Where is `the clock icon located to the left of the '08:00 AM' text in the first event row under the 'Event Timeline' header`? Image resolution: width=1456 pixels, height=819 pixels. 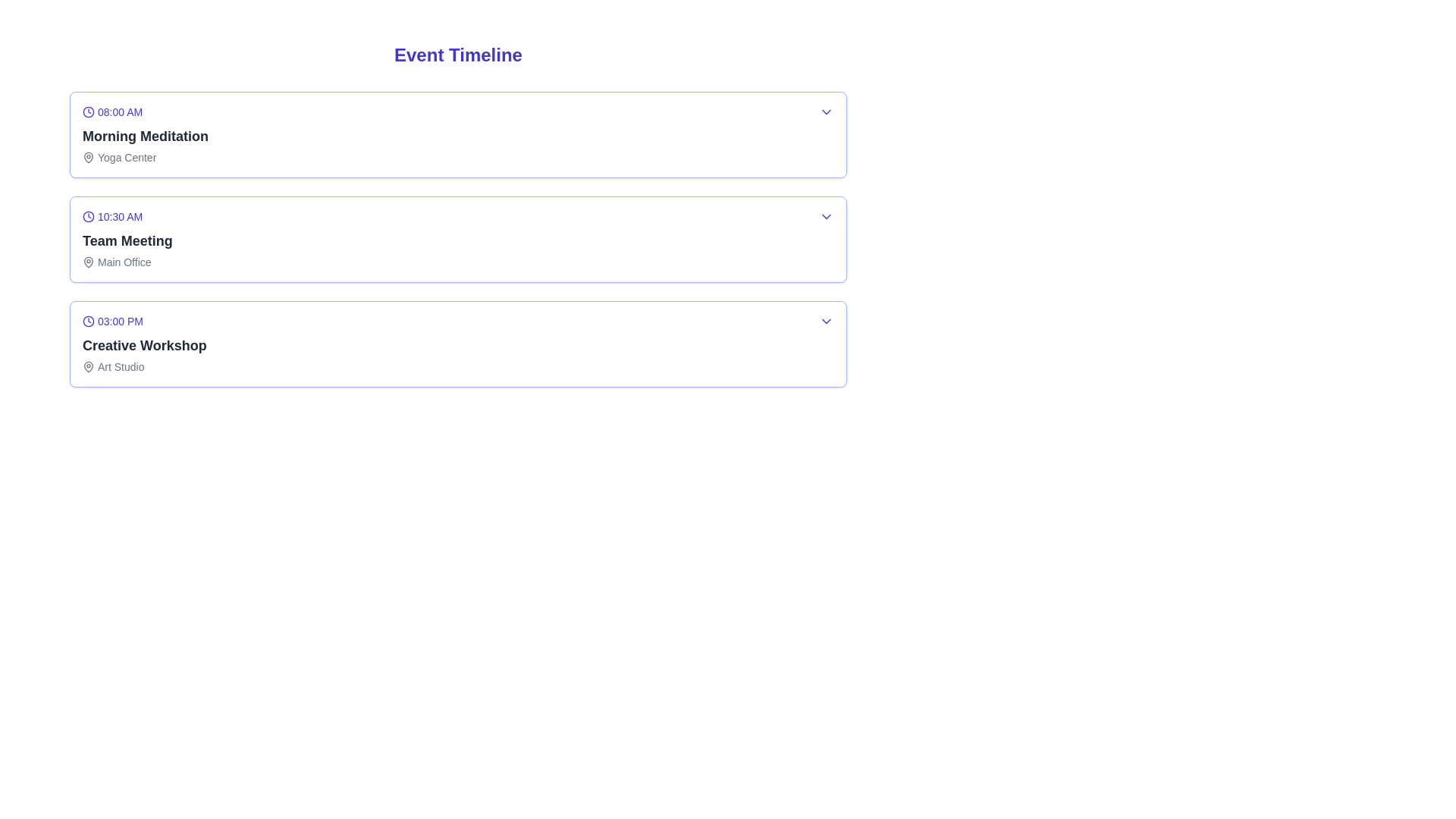 the clock icon located to the left of the '08:00 AM' text in the first event row under the 'Event Timeline' header is located at coordinates (87, 111).